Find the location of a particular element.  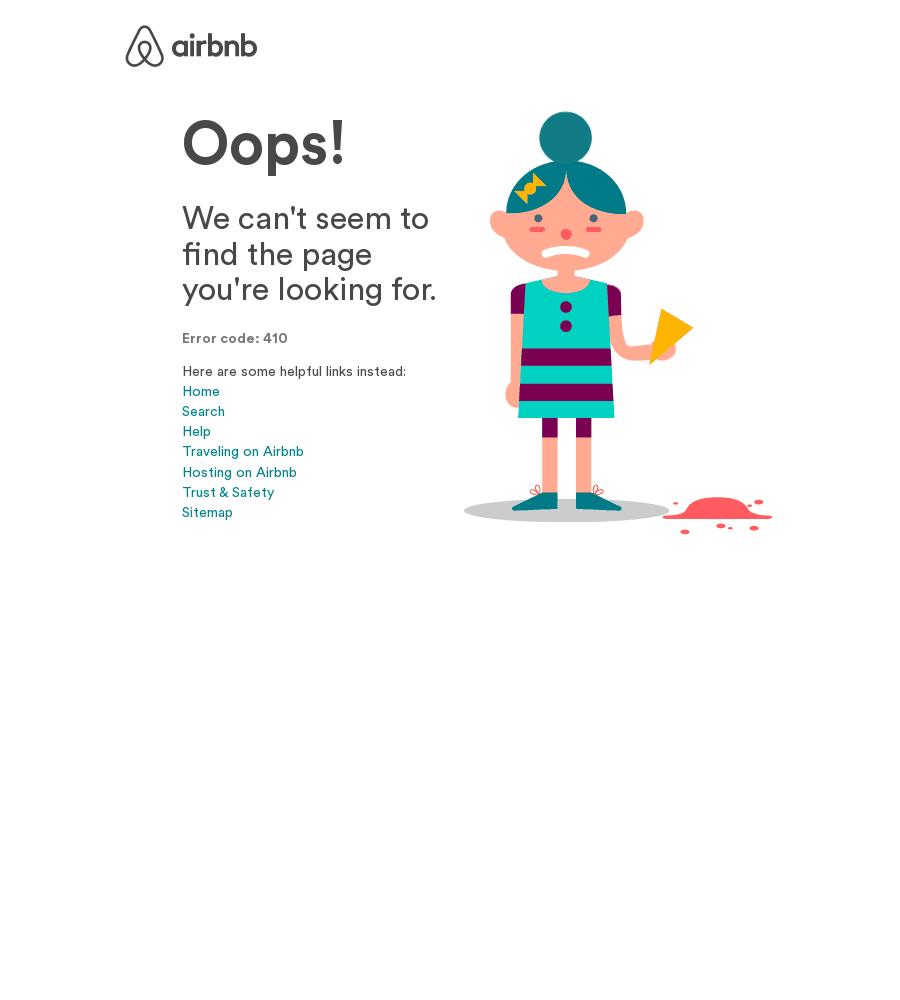

'Hosting on Airbnb' is located at coordinates (238, 470).